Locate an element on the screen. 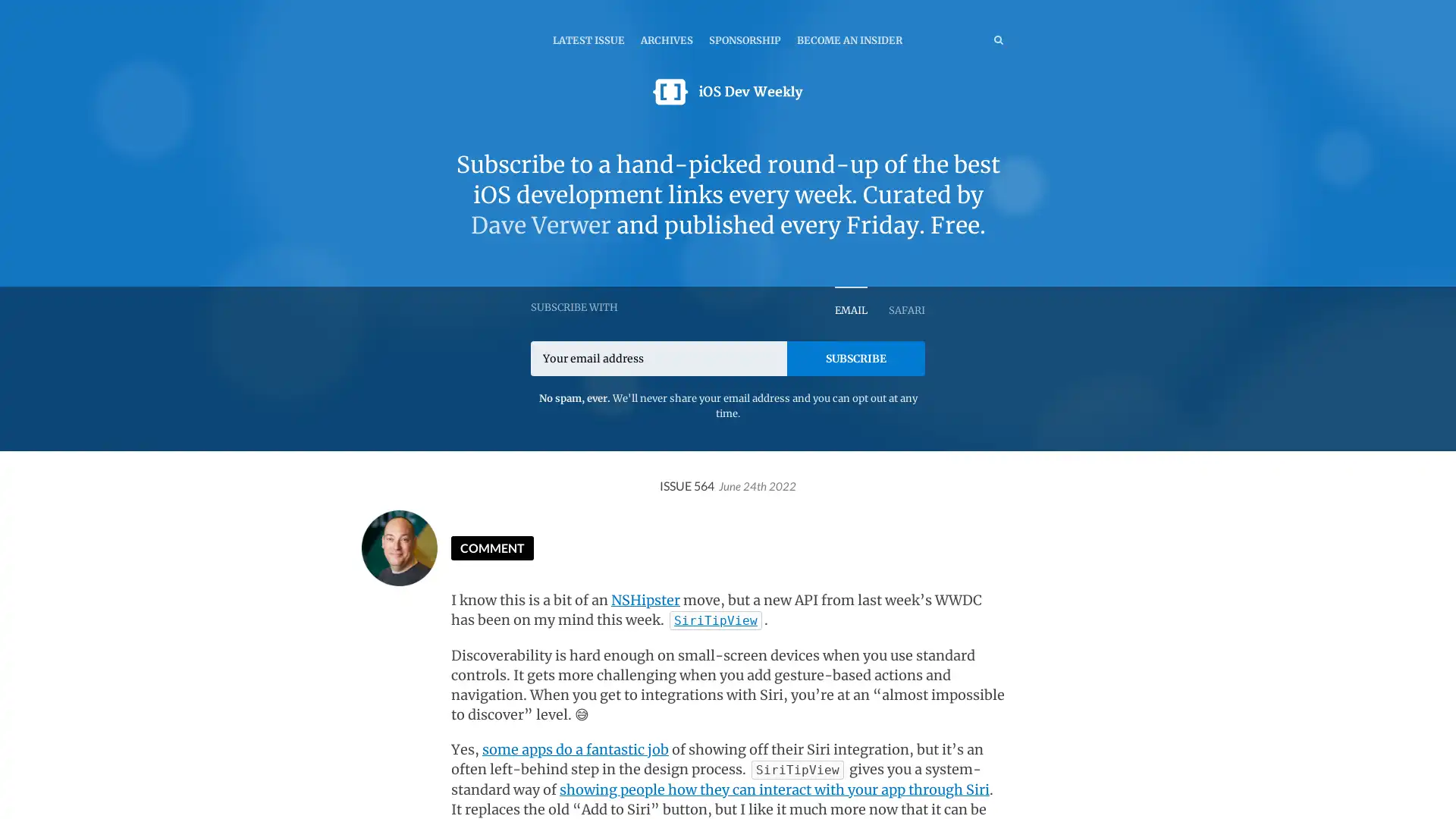 The width and height of the screenshot is (1456, 819). EMAIL is located at coordinates (851, 305).